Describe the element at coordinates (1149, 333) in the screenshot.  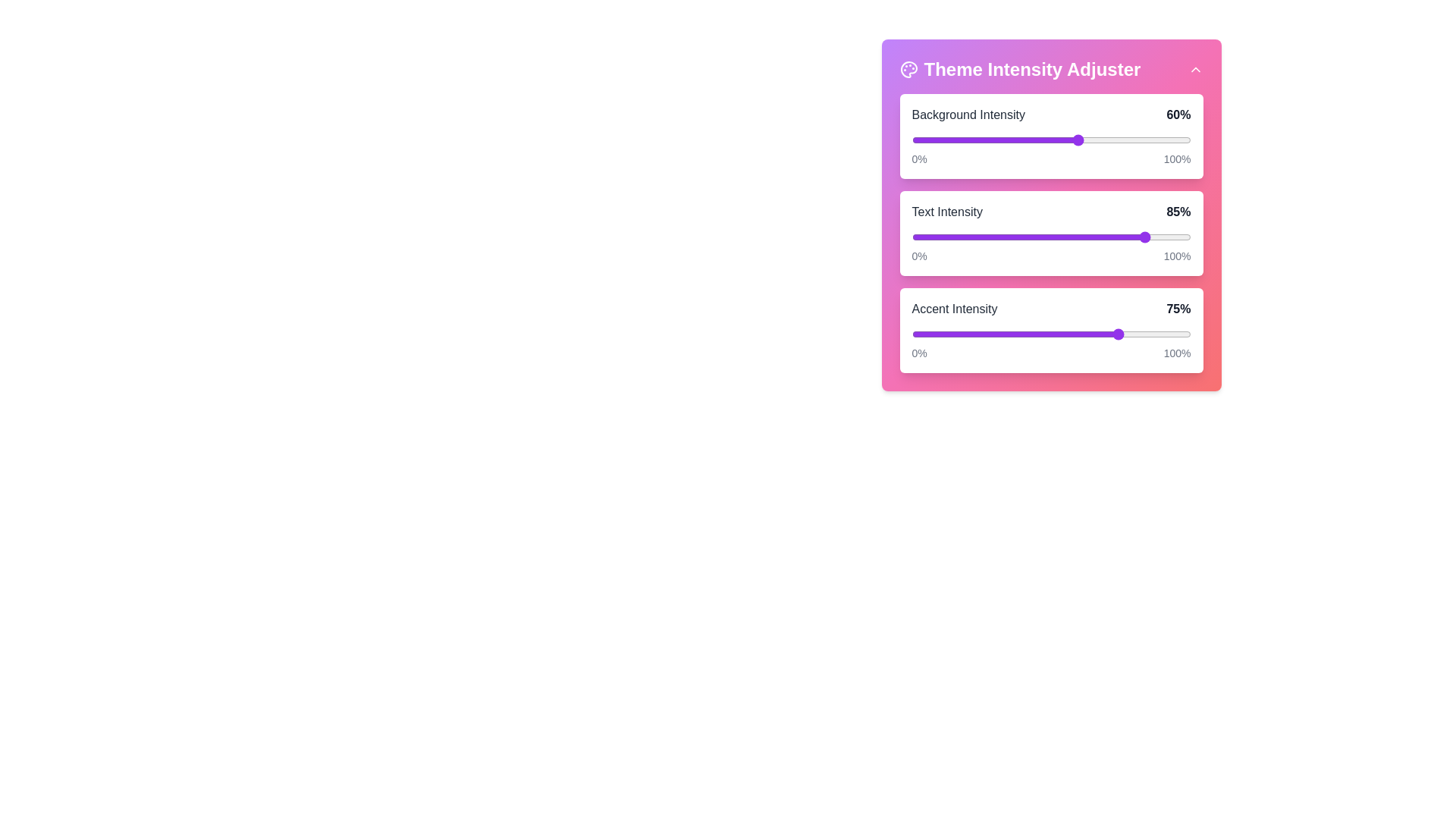
I see `the accent intensity` at that location.